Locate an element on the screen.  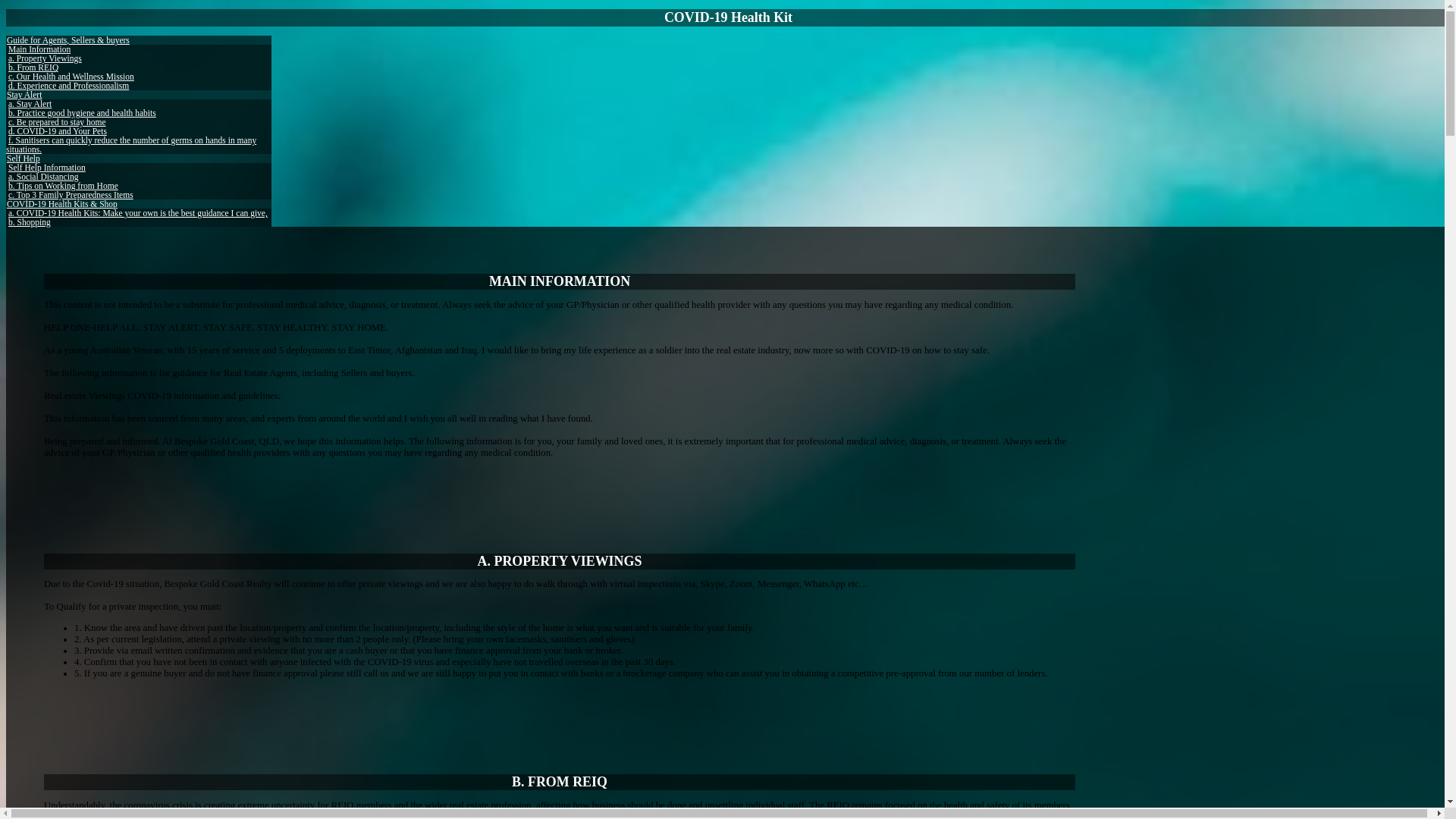
'b. From REIQ' is located at coordinates (33, 66).